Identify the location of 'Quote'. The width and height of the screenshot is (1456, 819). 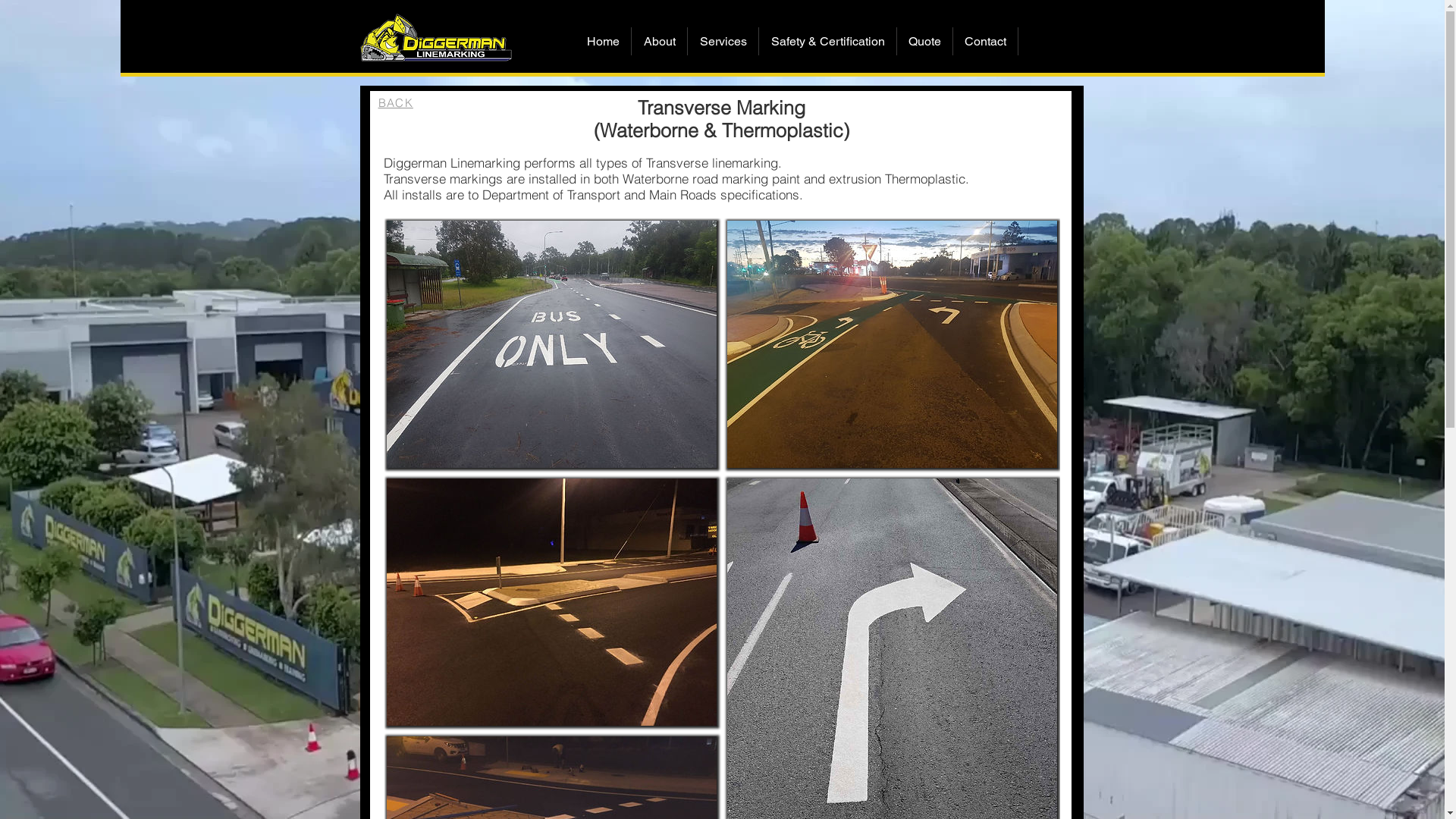
(924, 40).